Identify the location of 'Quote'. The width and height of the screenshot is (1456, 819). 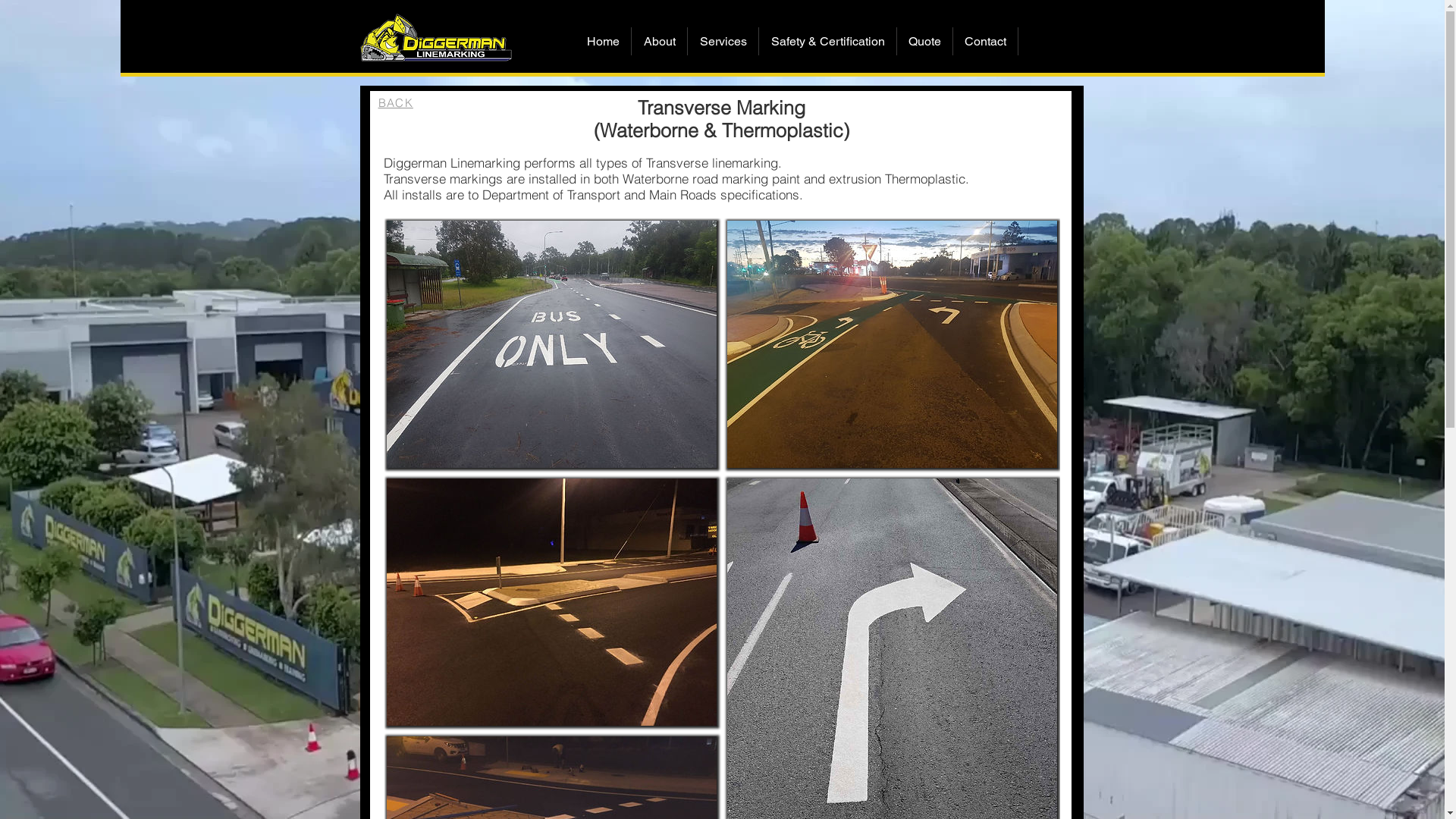
(924, 40).